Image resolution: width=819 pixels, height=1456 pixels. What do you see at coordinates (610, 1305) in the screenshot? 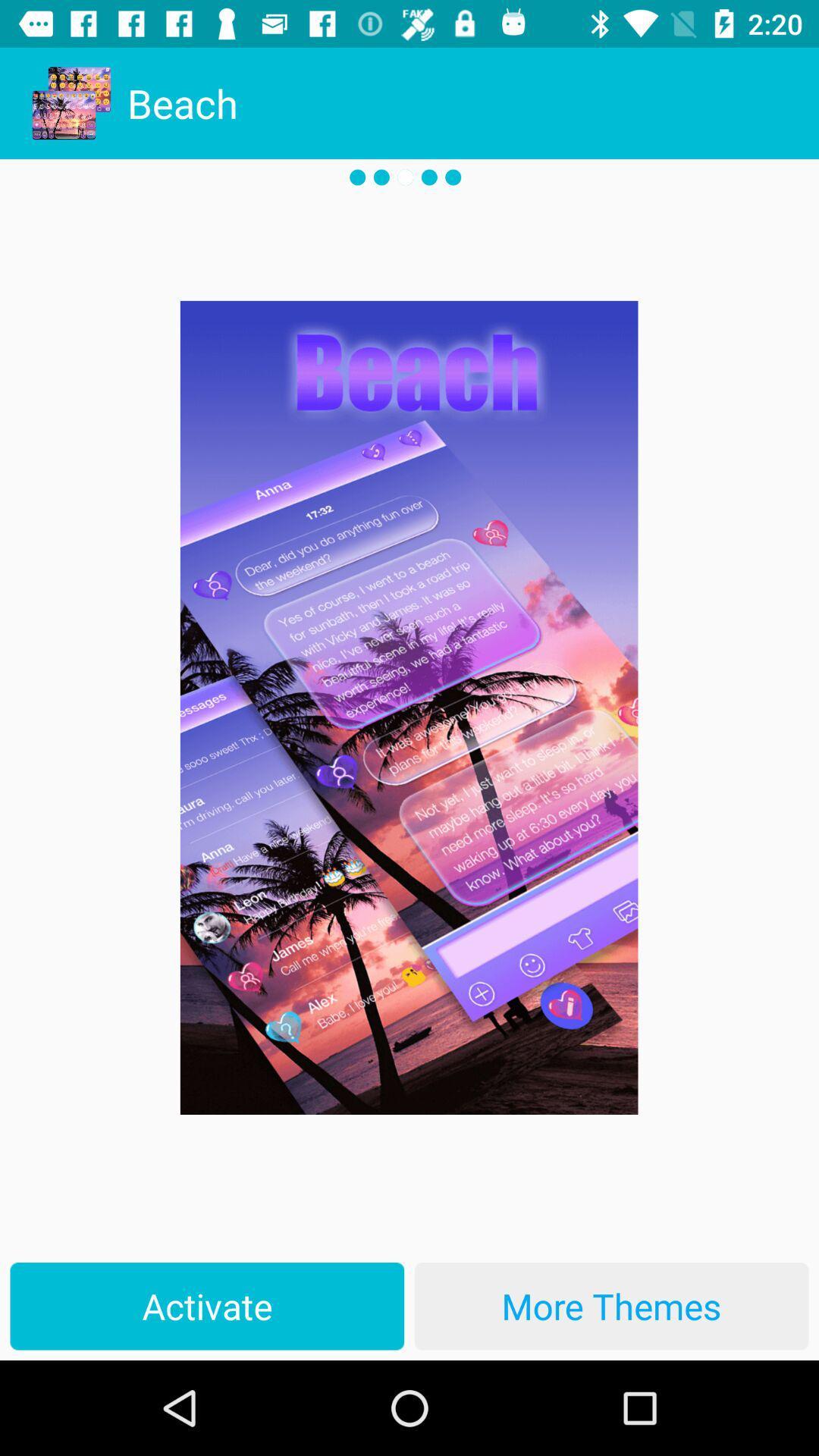
I see `more themes` at bounding box center [610, 1305].